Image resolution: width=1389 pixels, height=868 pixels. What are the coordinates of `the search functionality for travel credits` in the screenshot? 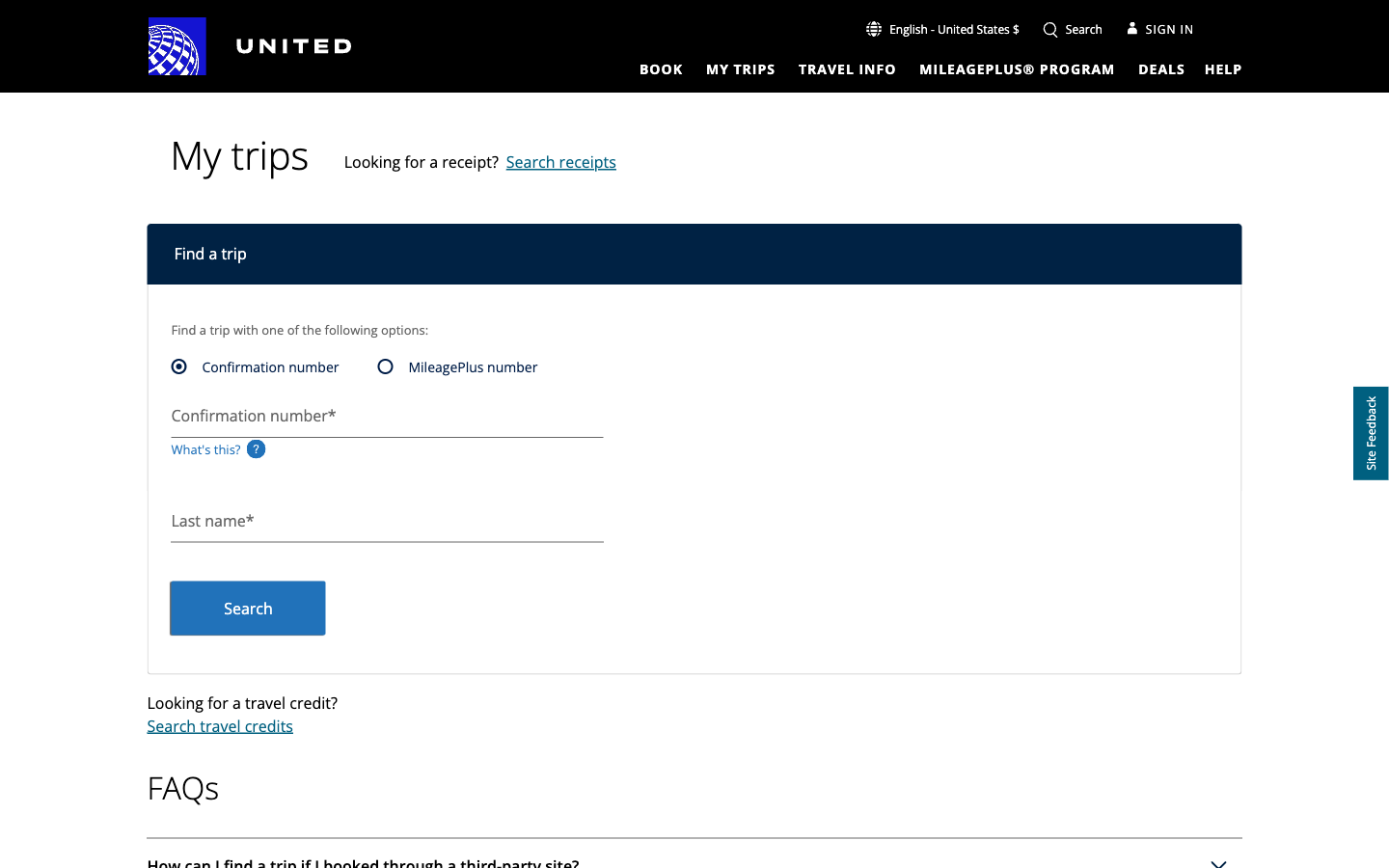 It's located at (219, 725).